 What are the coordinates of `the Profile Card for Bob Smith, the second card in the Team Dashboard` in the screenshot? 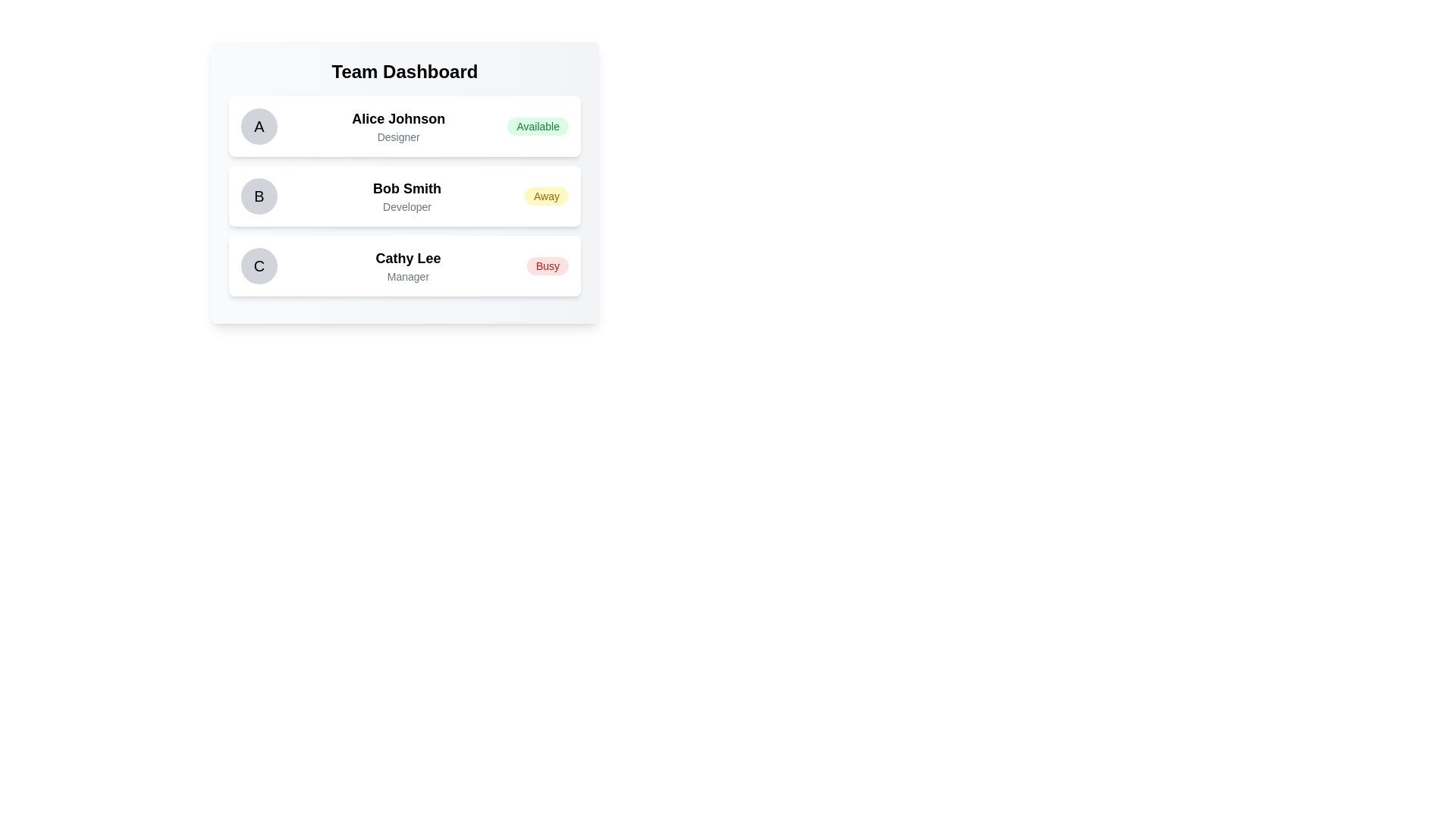 It's located at (404, 195).